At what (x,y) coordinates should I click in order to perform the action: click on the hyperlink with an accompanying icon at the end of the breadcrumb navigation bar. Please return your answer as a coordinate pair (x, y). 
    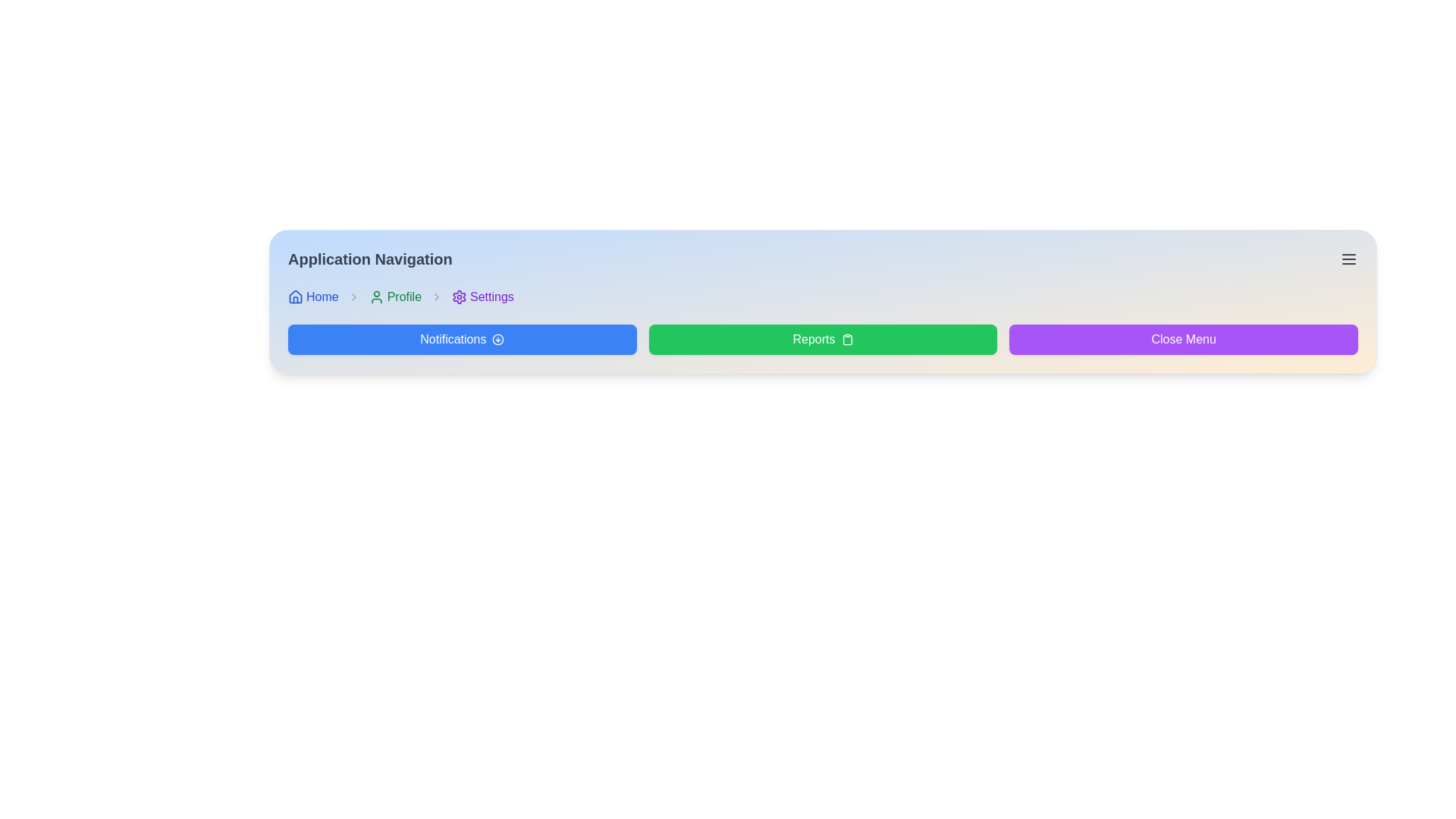
    Looking at the image, I should click on (482, 297).